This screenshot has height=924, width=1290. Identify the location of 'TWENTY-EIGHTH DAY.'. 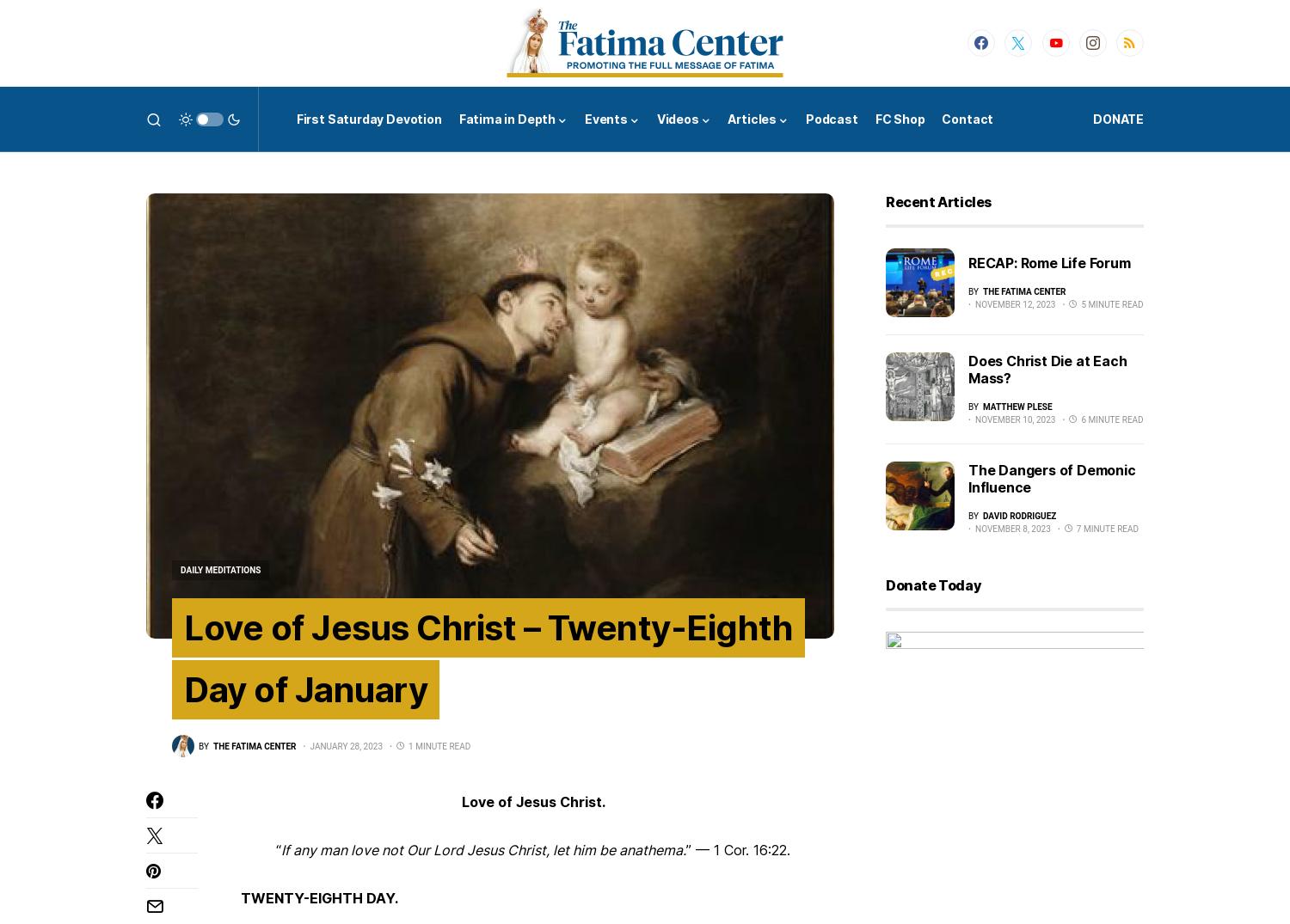
(318, 898).